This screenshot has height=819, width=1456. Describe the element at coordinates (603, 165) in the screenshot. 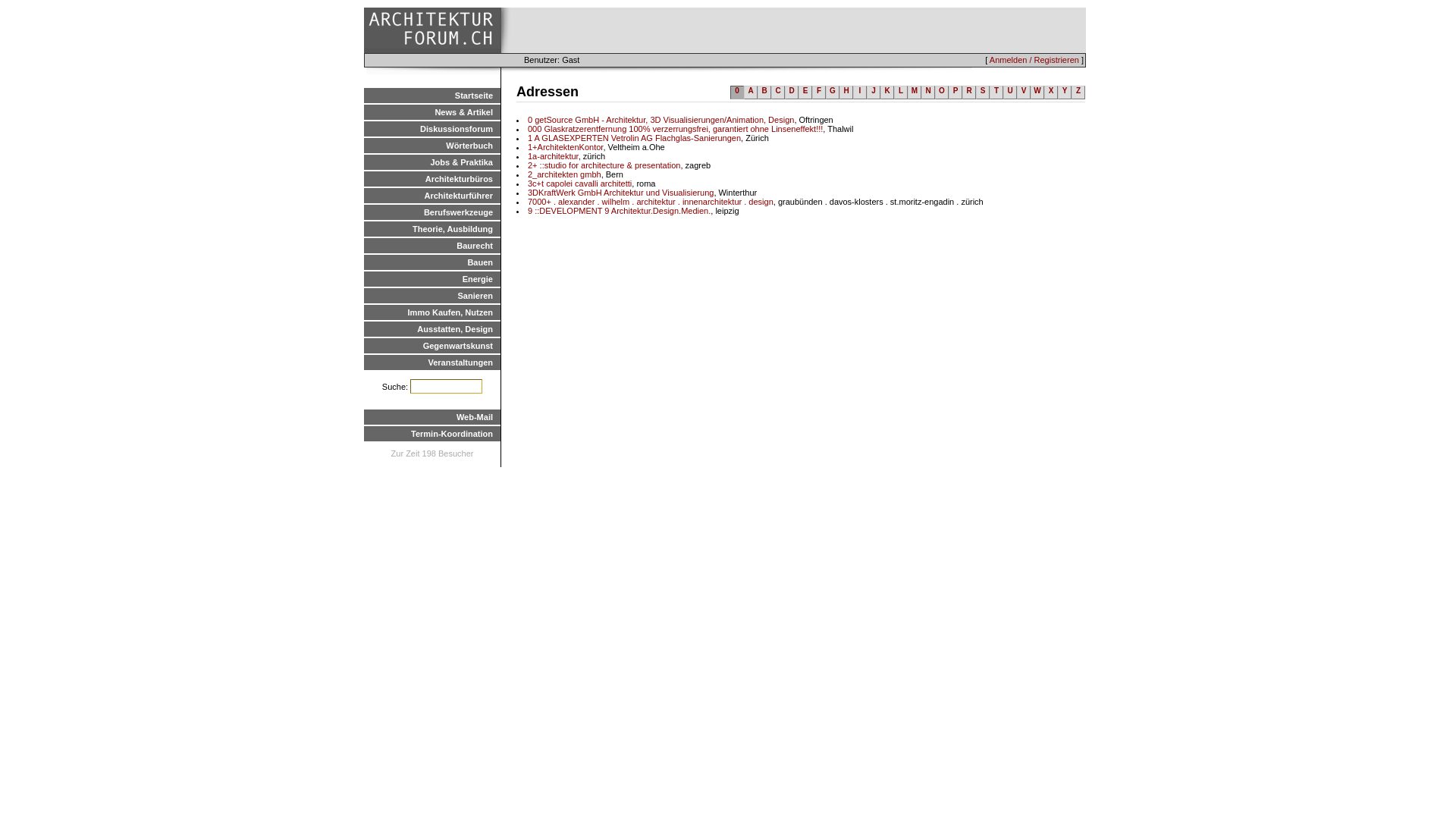

I see `'2+ ::studio for architecture & presentation'` at that location.